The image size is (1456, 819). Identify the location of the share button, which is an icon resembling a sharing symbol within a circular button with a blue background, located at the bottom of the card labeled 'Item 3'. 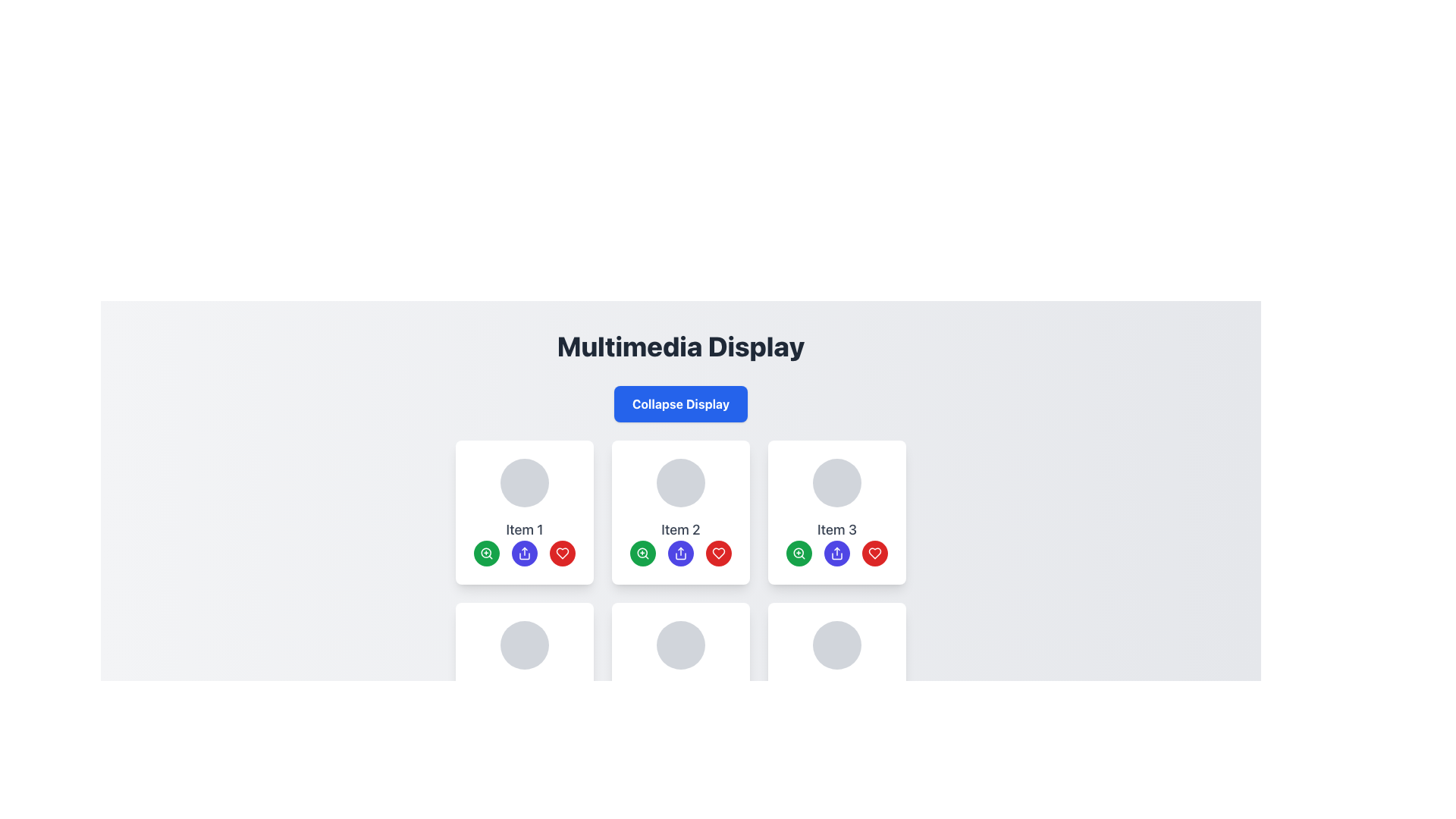
(836, 553).